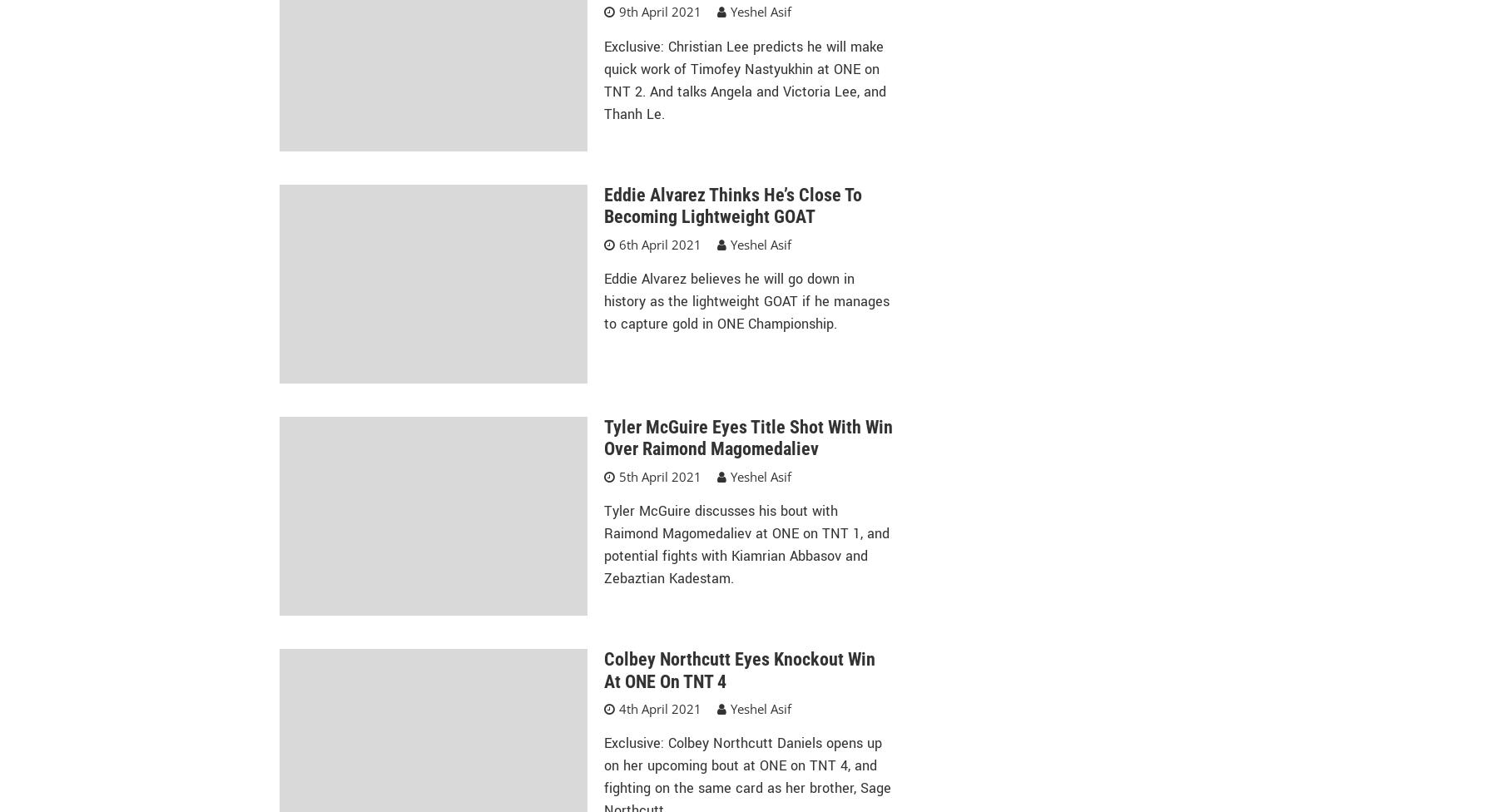  Describe the element at coordinates (731, 205) in the screenshot. I see `'Eddie Alvarez Thinks He’s Close To Becoming Lightweight GOAT'` at that location.